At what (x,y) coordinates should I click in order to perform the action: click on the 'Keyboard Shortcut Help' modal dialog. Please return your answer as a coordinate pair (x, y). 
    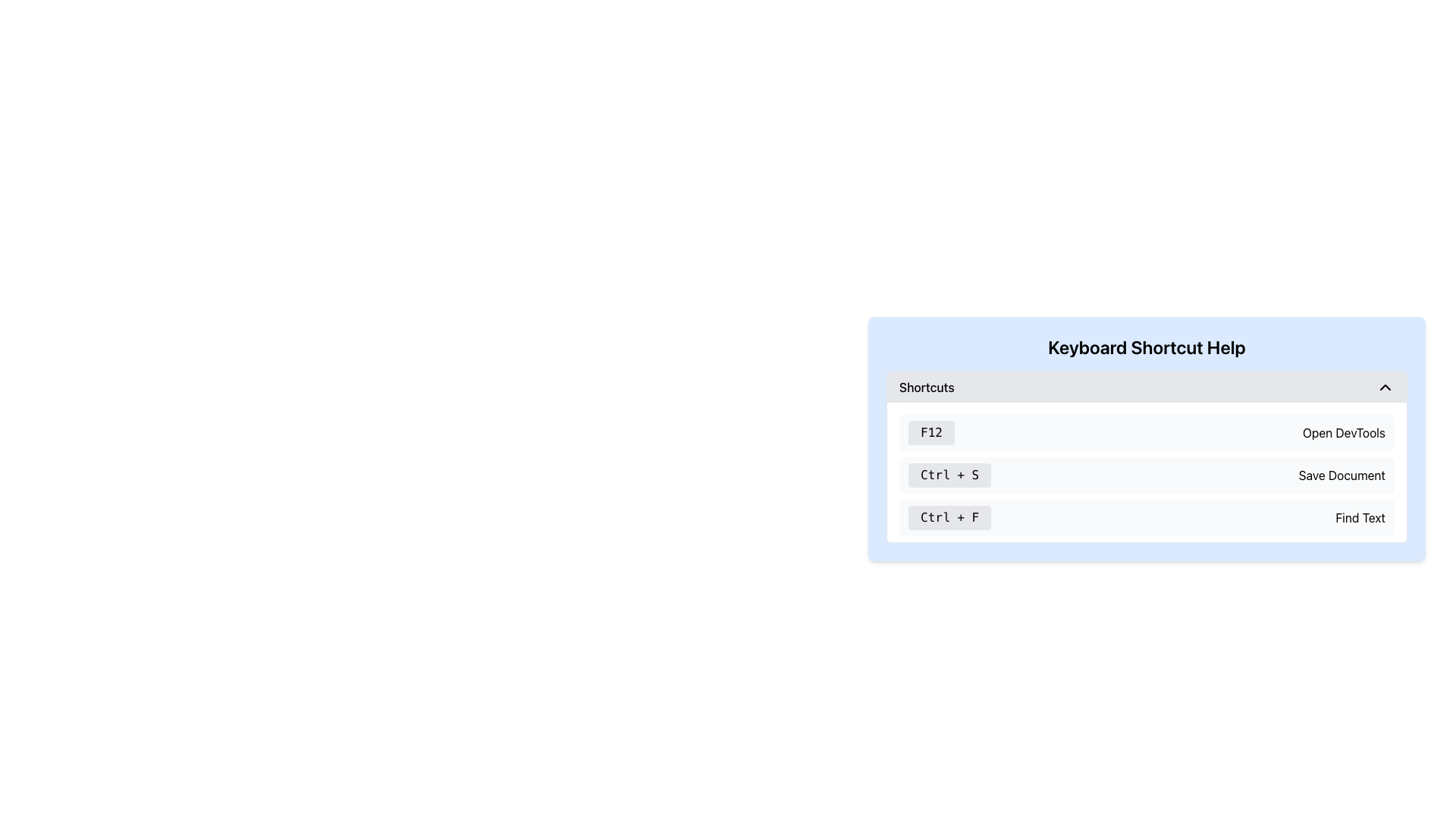
    Looking at the image, I should click on (1147, 491).